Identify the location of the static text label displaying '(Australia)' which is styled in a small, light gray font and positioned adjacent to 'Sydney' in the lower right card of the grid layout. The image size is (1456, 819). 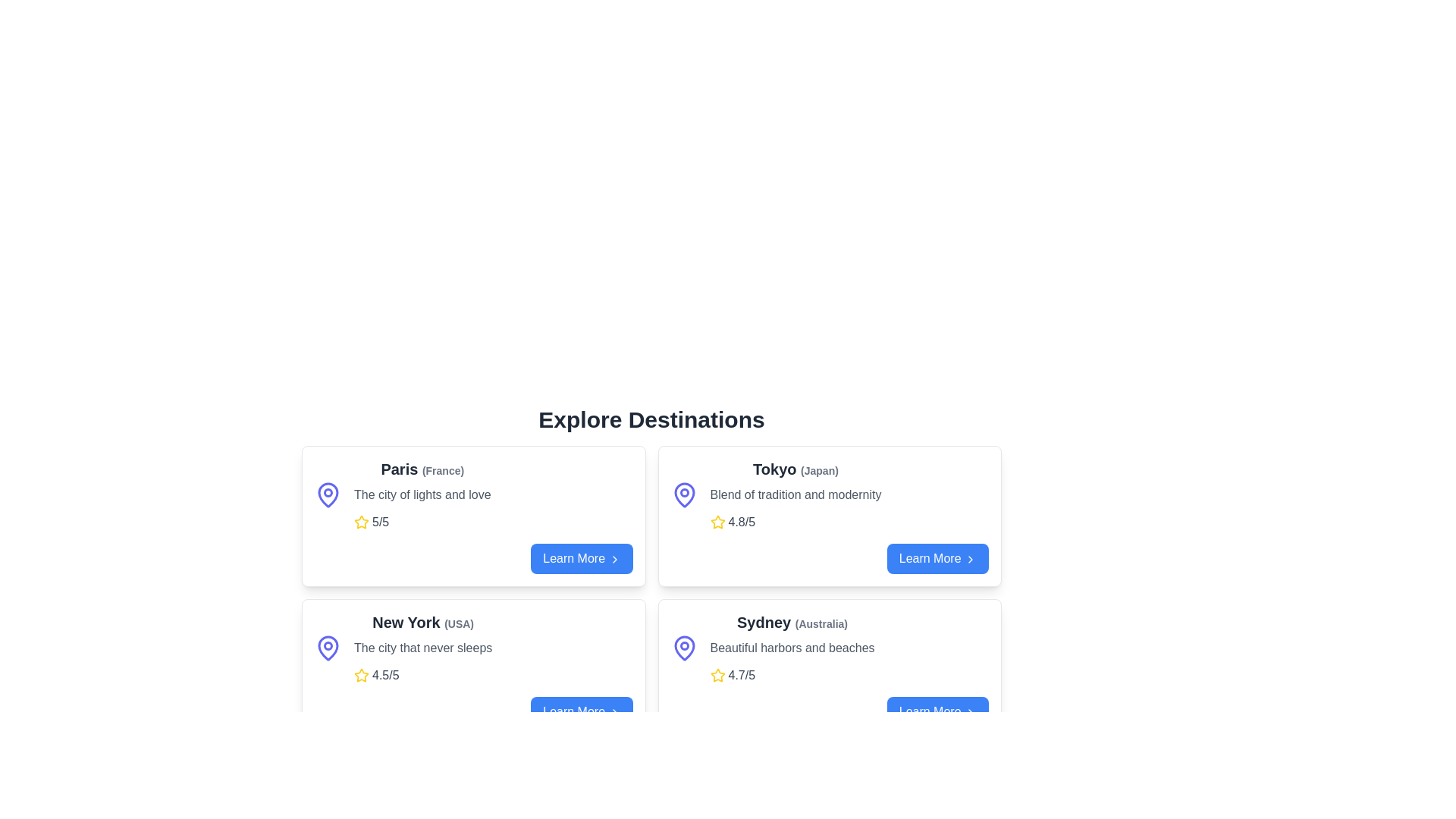
(821, 623).